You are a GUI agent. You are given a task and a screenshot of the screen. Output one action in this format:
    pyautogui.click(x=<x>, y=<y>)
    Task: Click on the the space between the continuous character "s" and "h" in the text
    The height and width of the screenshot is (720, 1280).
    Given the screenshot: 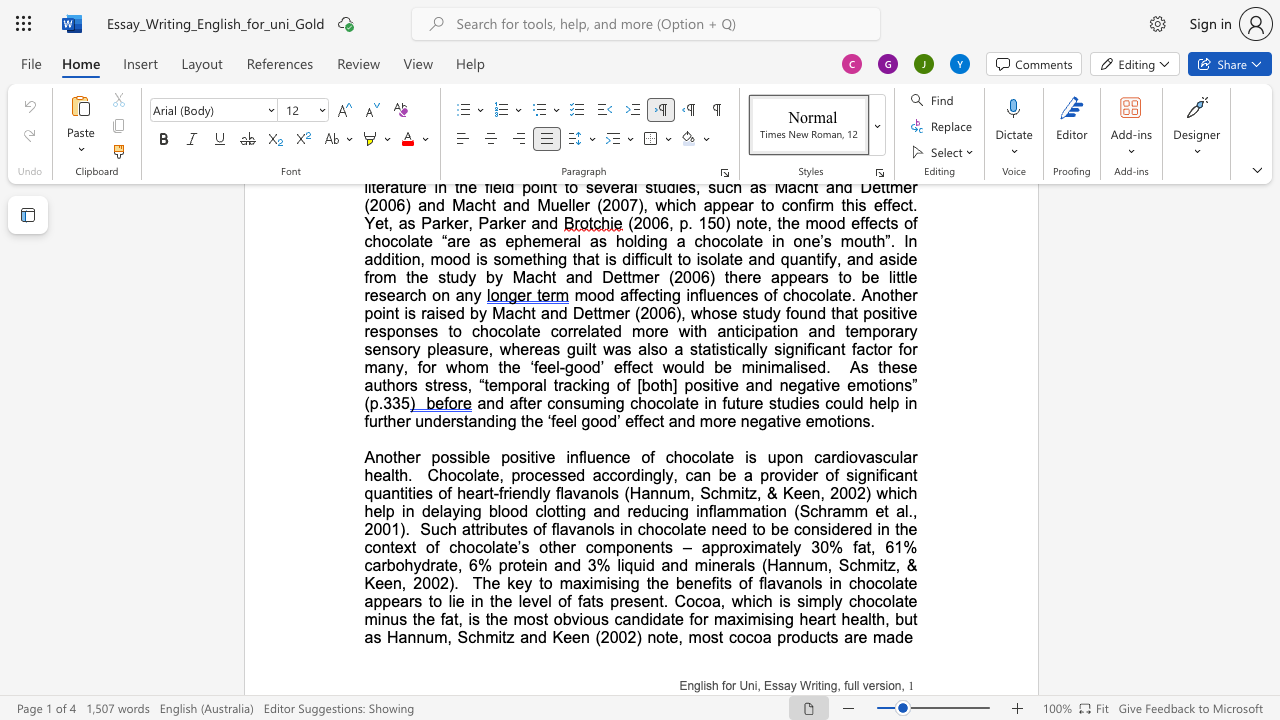 What is the action you would take?
    pyautogui.click(x=712, y=685)
    